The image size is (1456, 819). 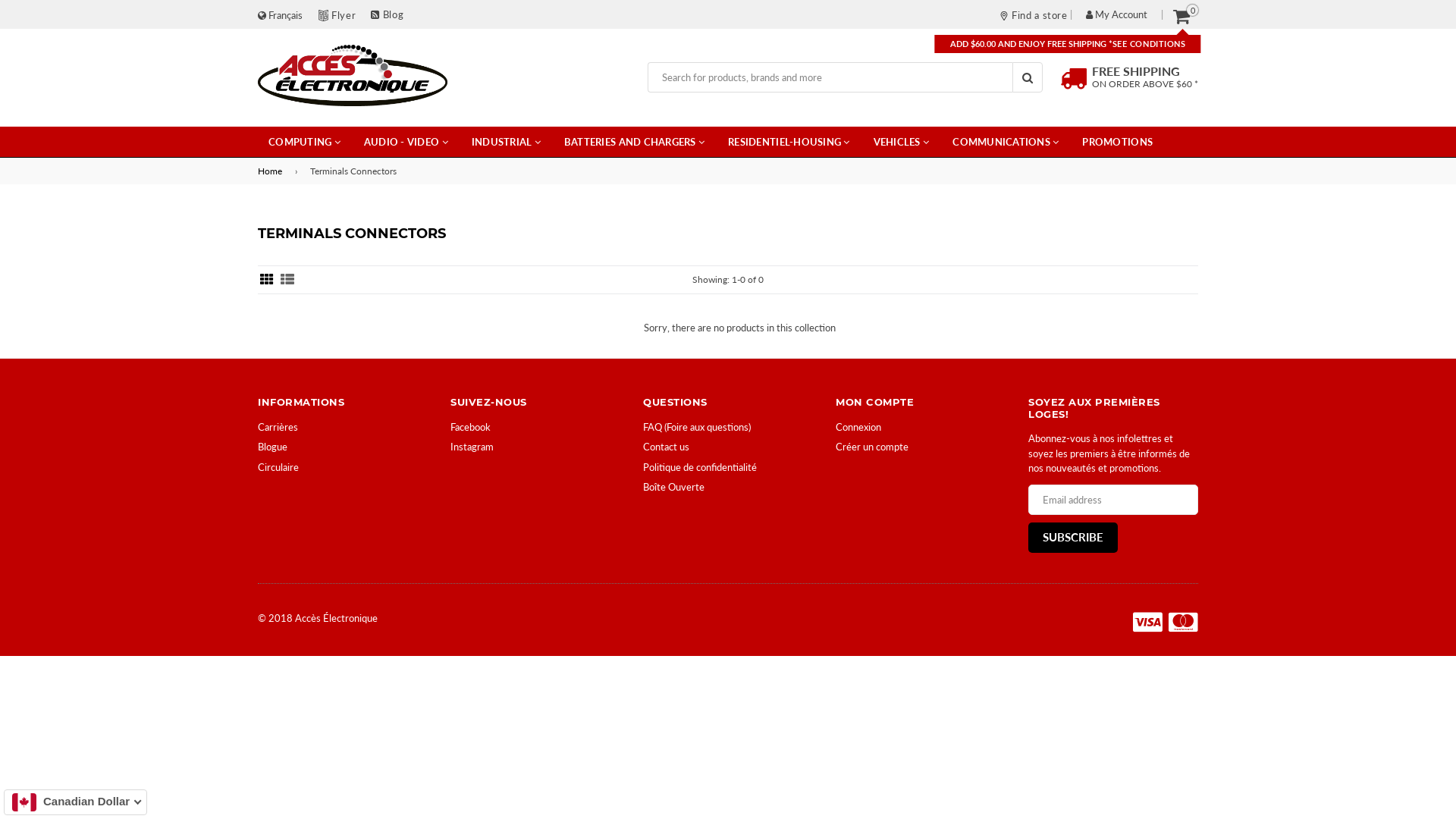 I want to click on 'Grid View', so click(x=266, y=280).